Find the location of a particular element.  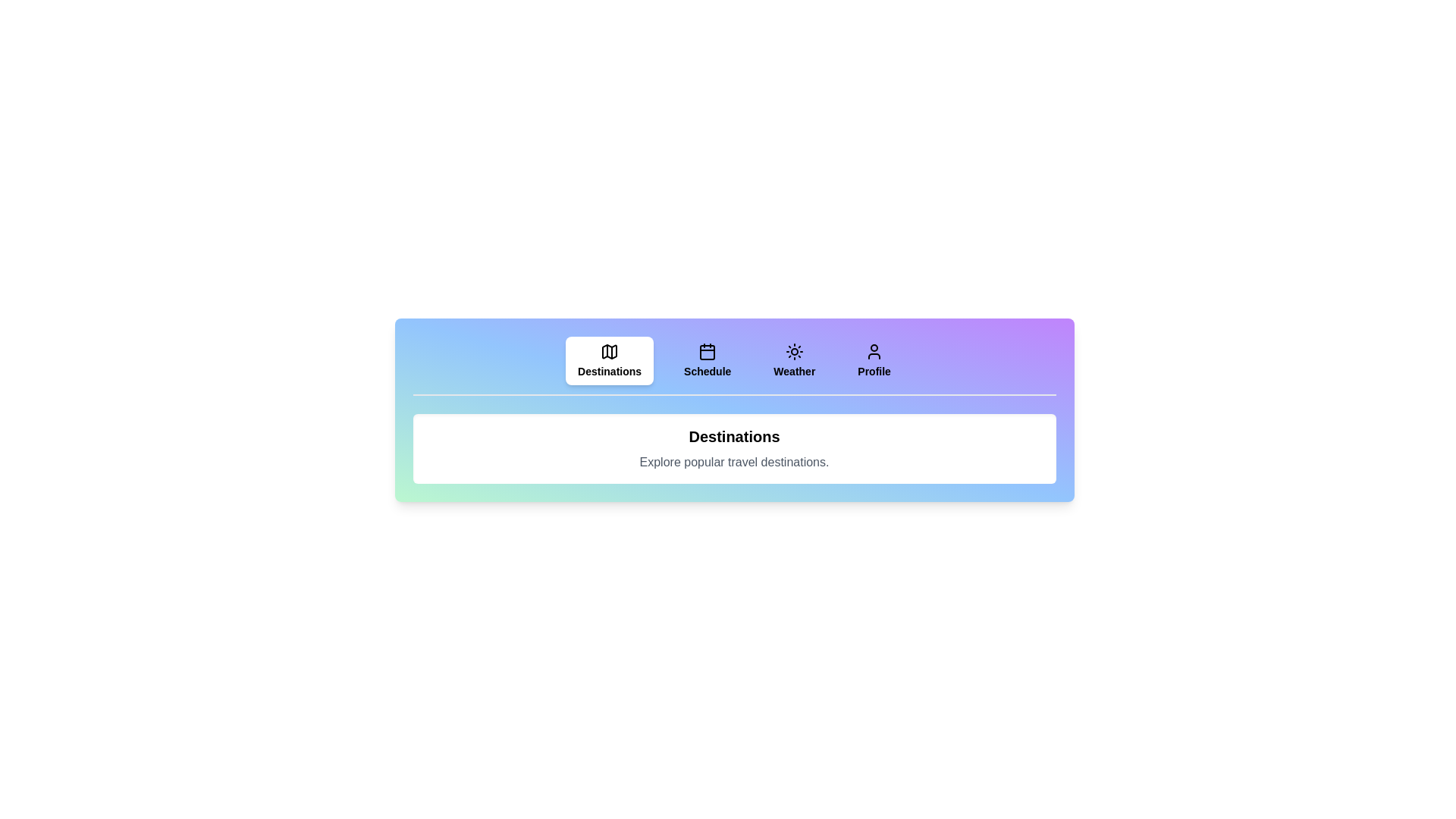

the Weather tab is located at coordinates (793, 360).